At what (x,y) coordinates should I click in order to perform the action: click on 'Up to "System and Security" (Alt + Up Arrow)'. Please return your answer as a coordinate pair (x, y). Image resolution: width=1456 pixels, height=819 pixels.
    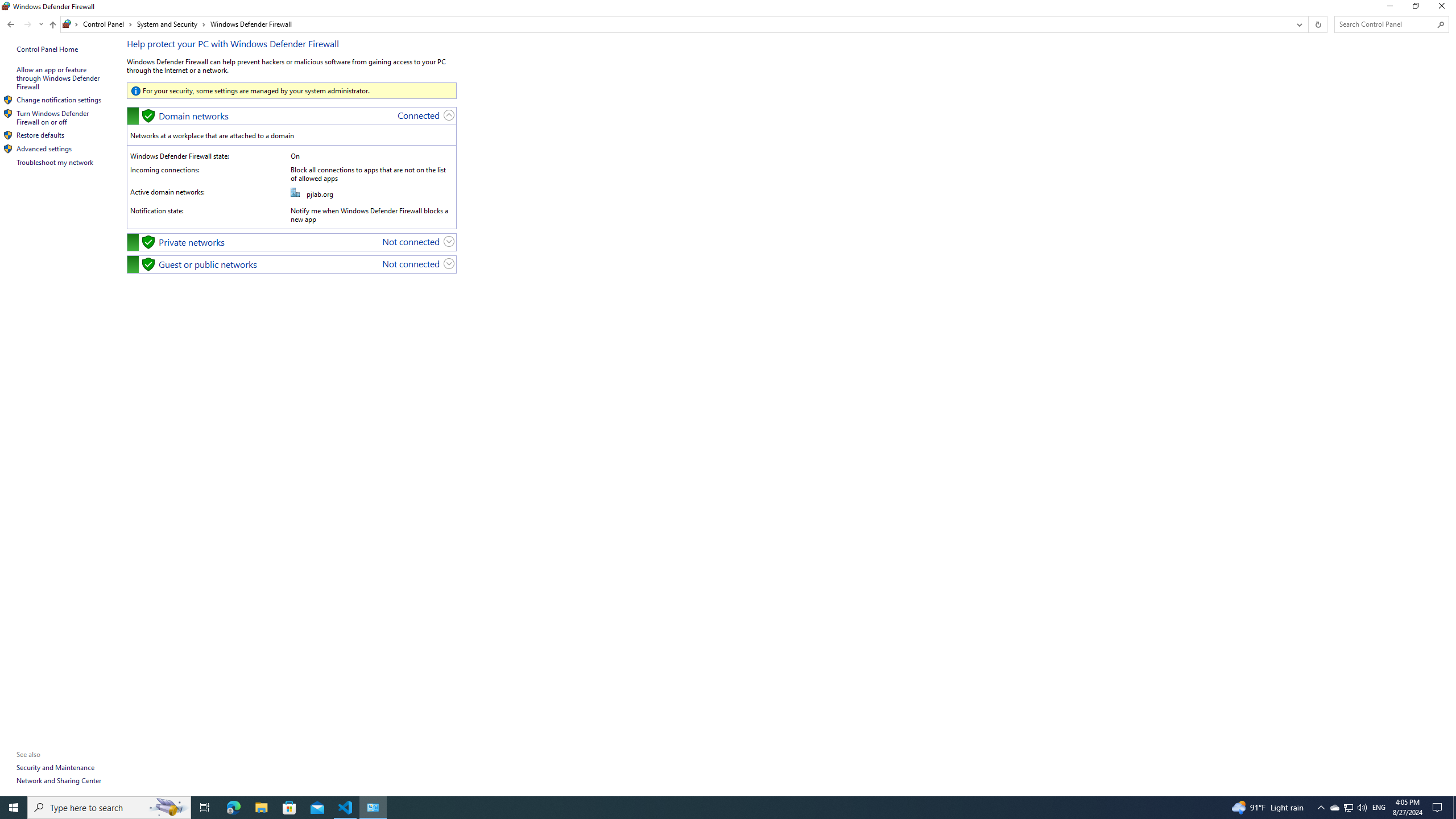
    Looking at the image, I should click on (53, 24).